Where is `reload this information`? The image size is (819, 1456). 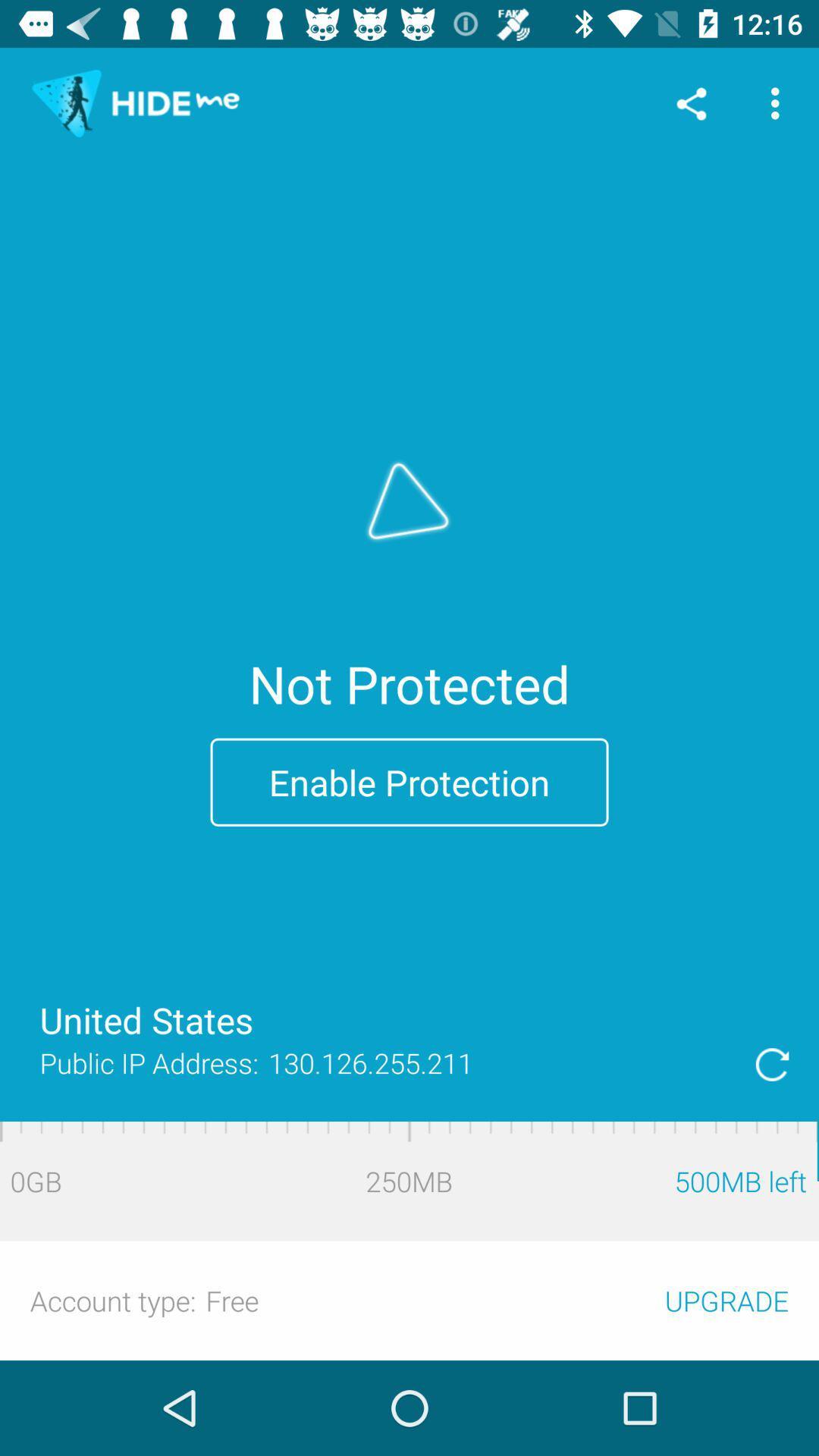 reload this information is located at coordinates (772, 1063).